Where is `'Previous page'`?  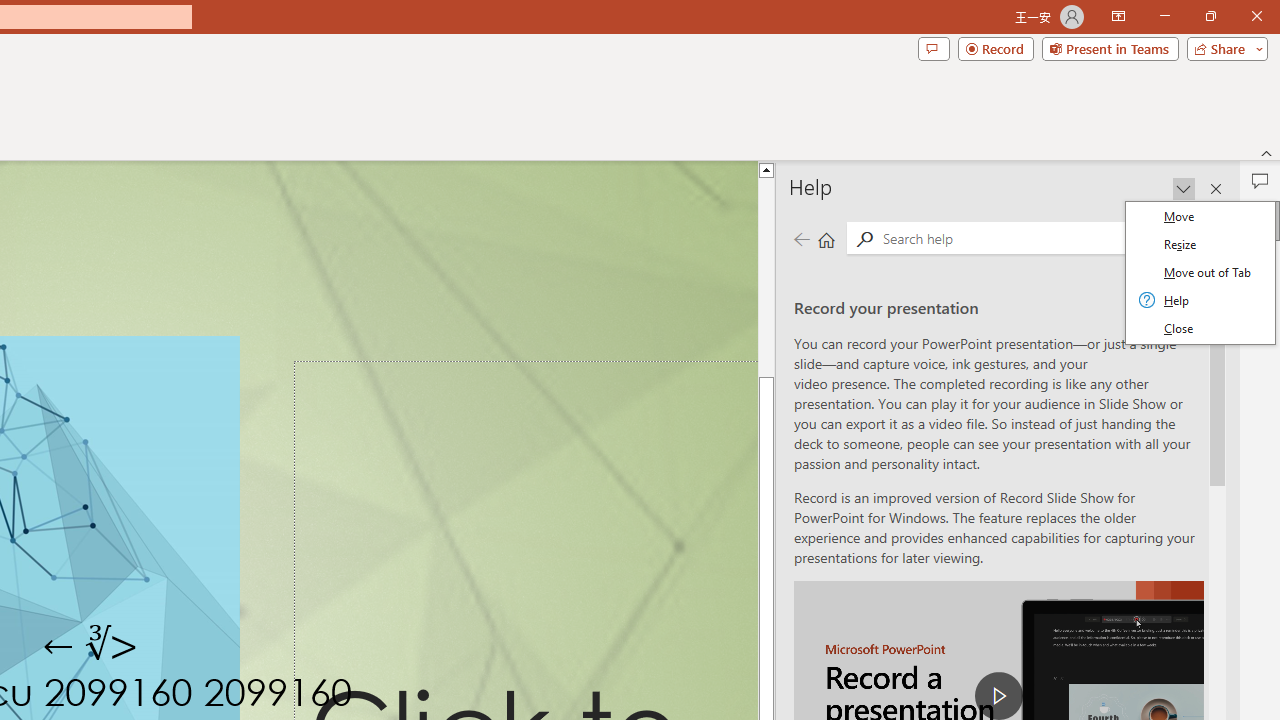 'Previous page' is located at coordinates (801, 238).